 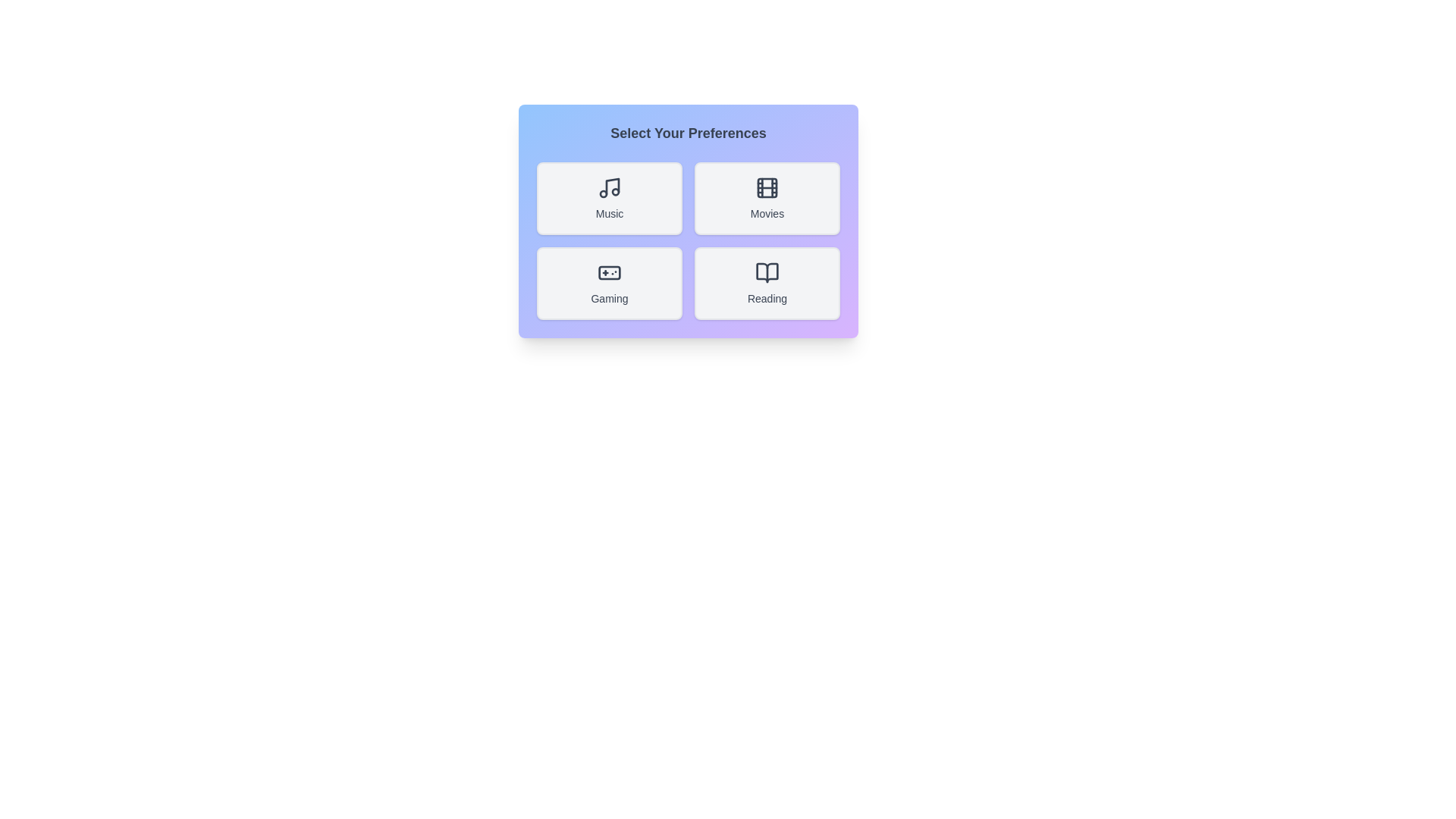 What do you see at coordinates (767, 198) in the screenshot?
I see `the button corresponding to the preference Movies` at bounding box center [767, 198].